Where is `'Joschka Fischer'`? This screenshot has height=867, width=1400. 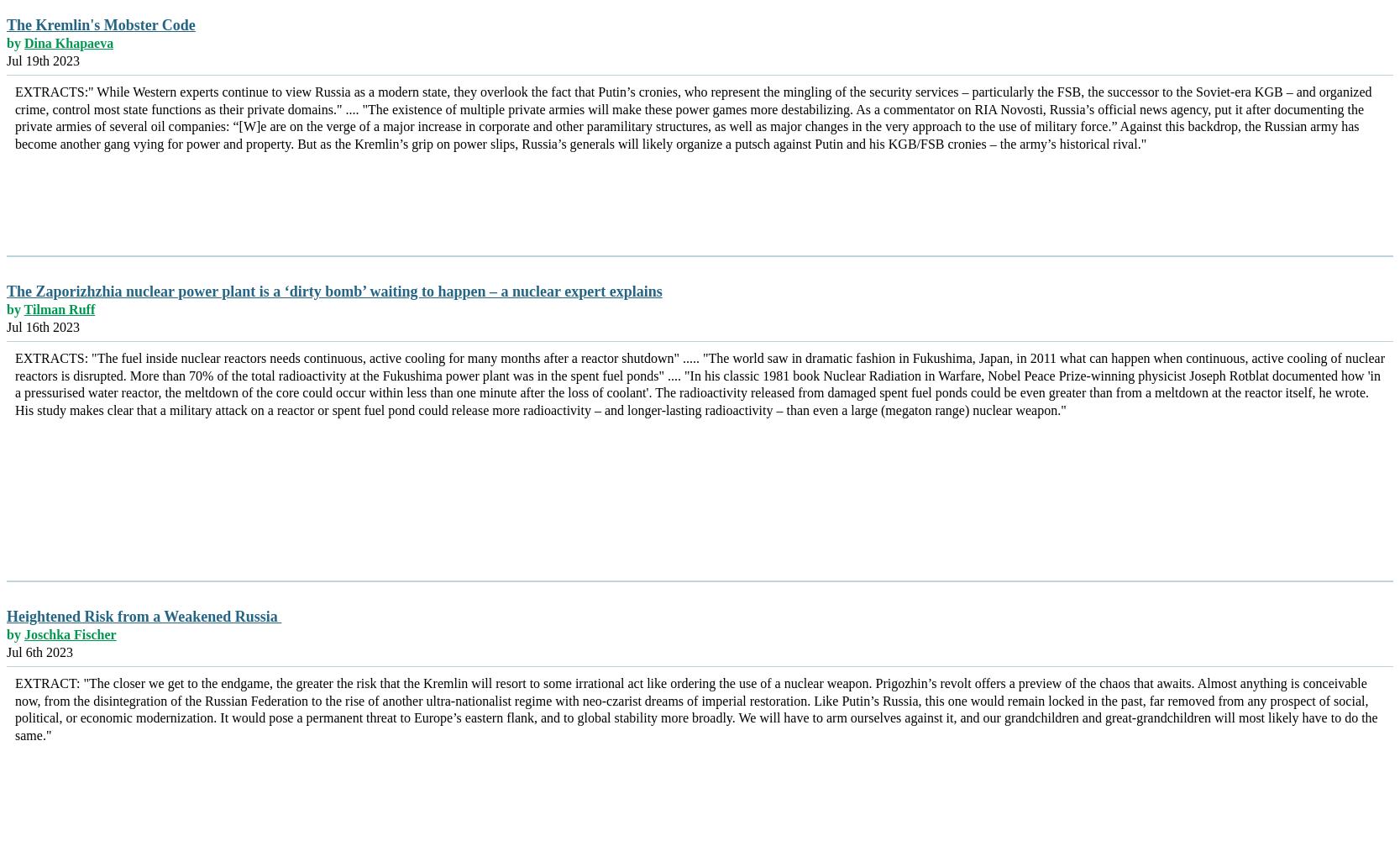 'Joschka Fischer' is located at coordinates (24, 633).